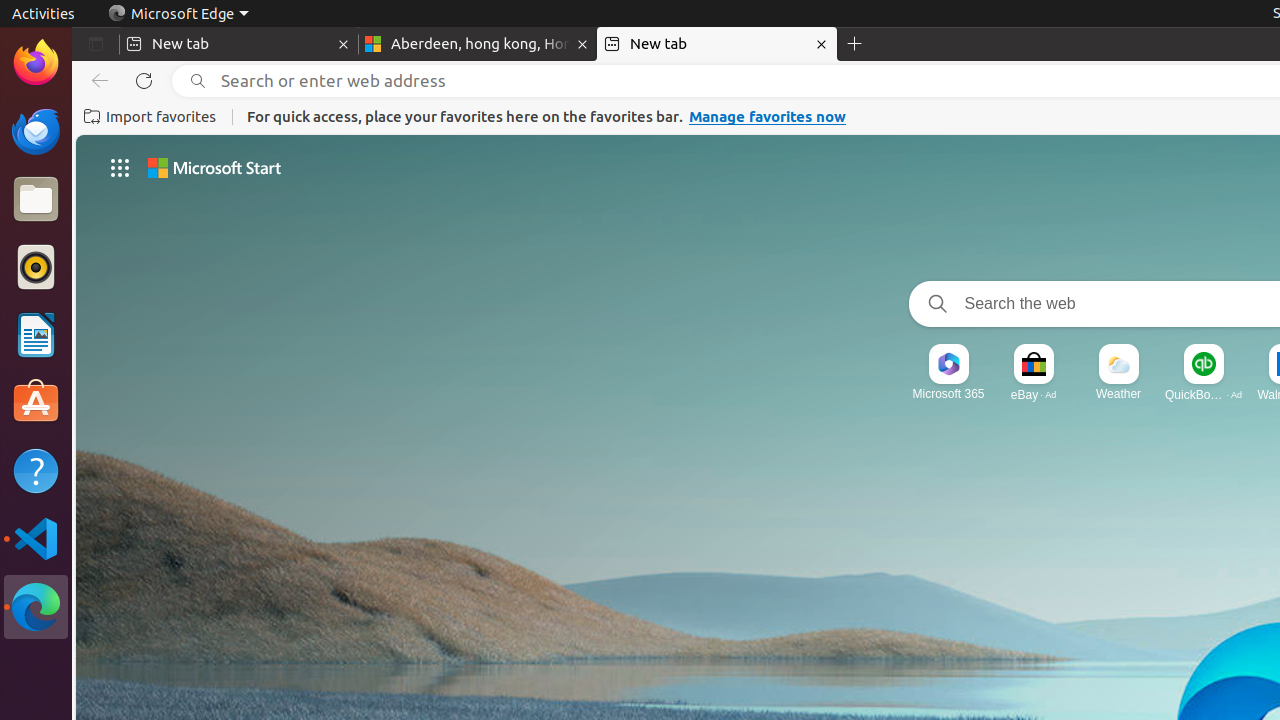 The width and height of the screenshot is (1280, 720). What do you see at coordinates (766, 117) in the screenshot?
I see `'Manage favorites now'` at bounding box center [766, 117].